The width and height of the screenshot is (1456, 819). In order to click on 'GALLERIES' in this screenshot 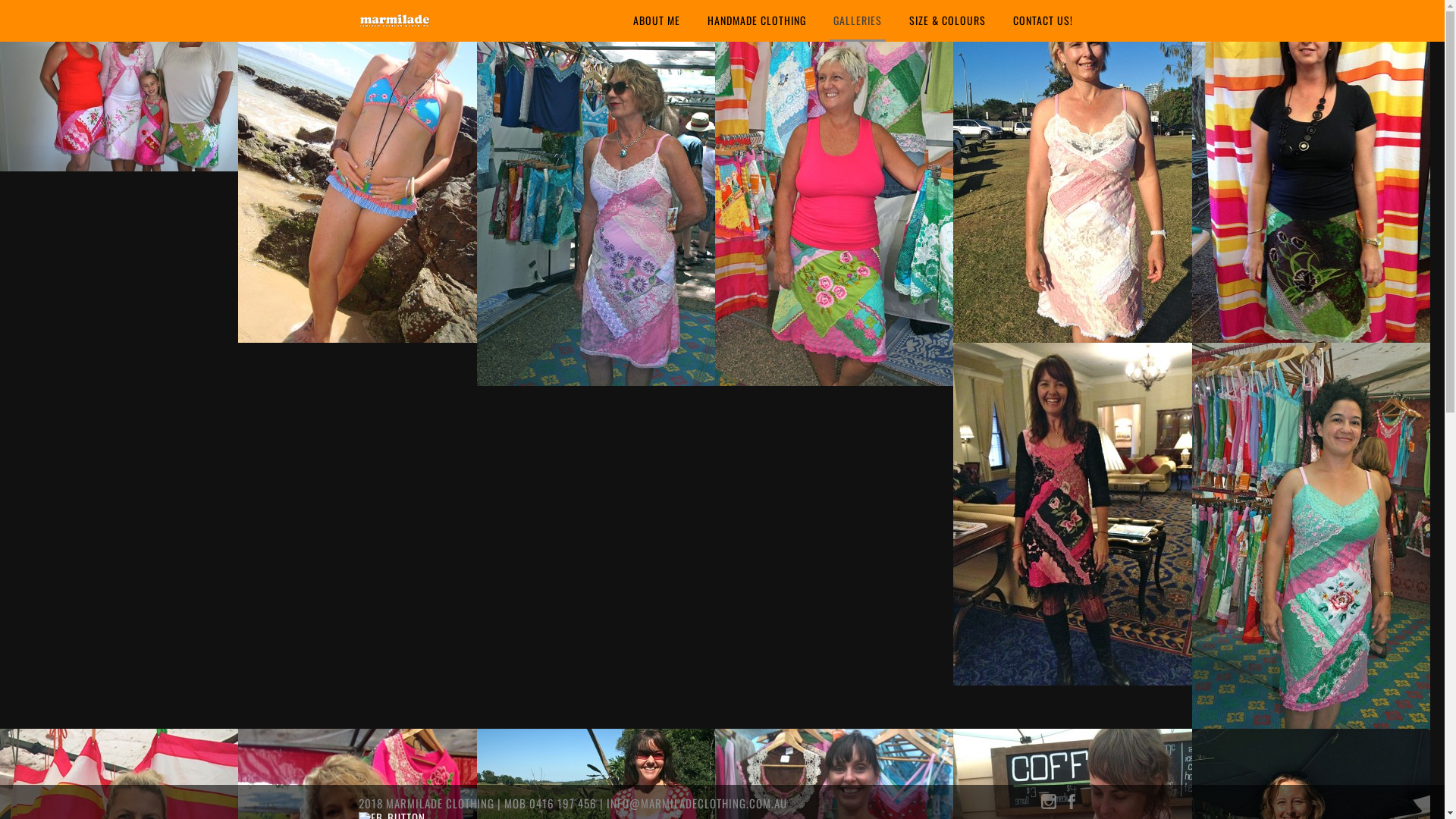, I will do `click(858, 20)`.